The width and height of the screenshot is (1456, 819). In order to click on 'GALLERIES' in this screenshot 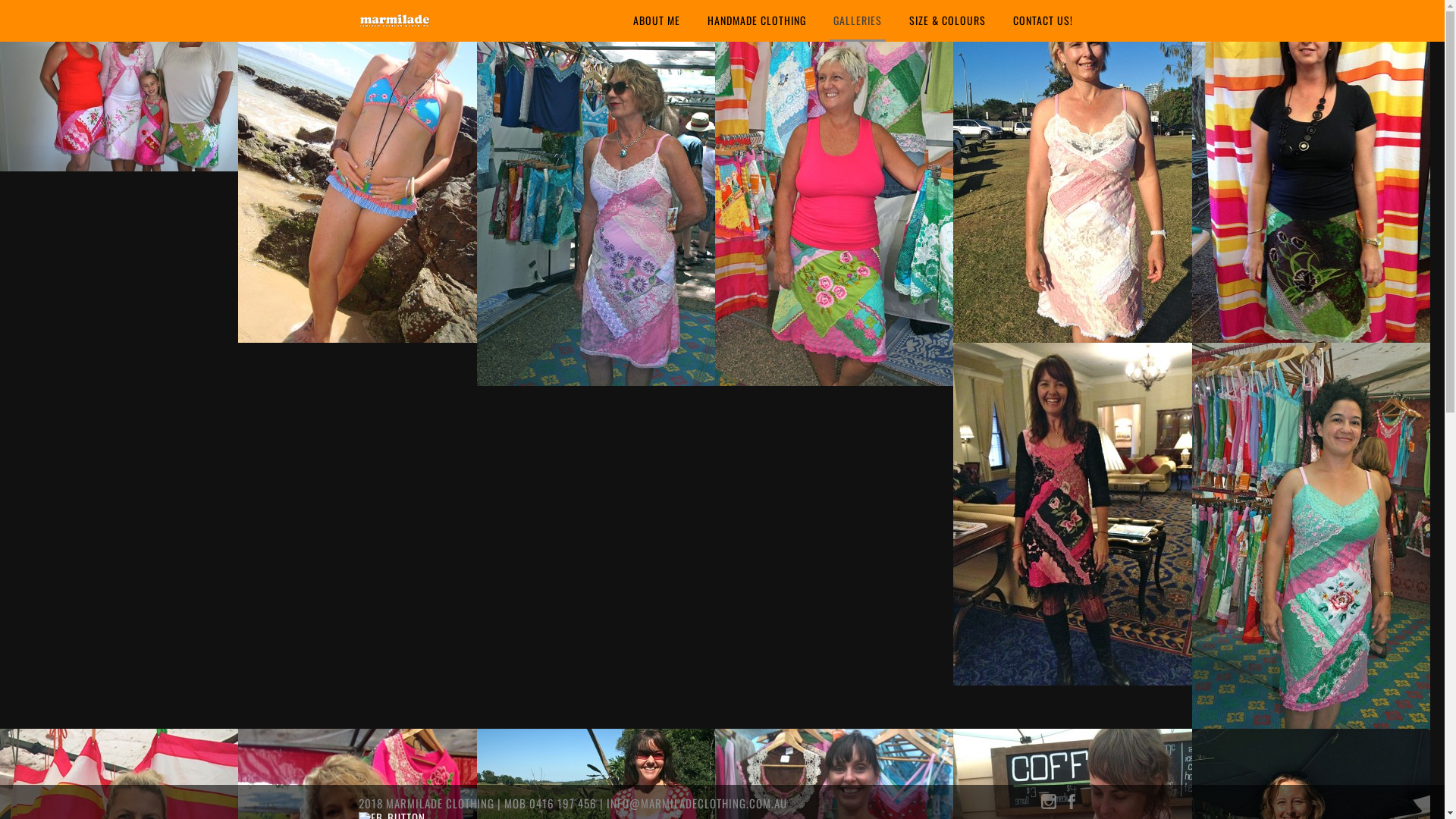, I will do `click(858, 20)`.